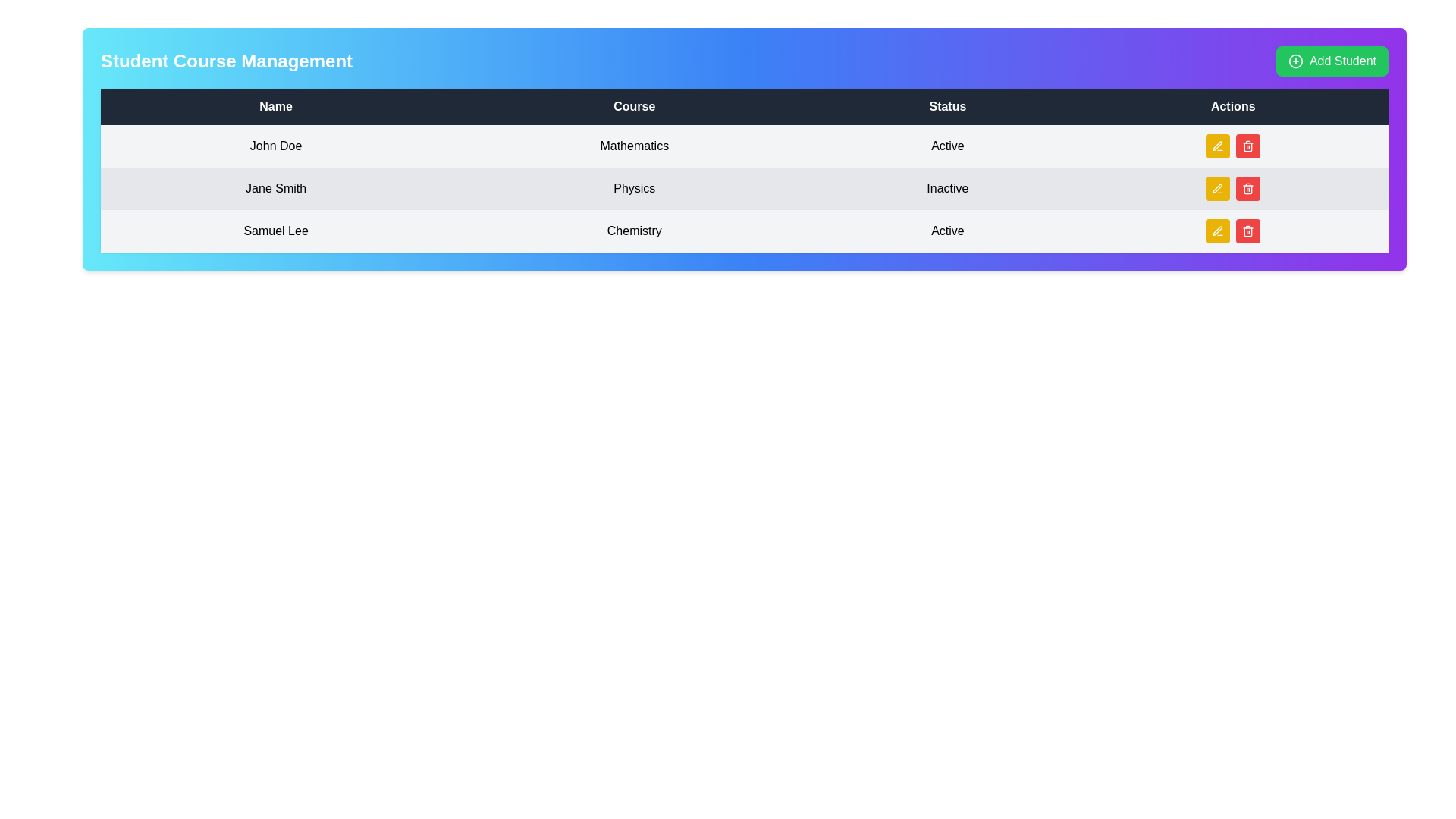 This screenshot has width=1456, height=819. Describe the element at coordinates (276, 146) in the screenshot. I see `the text label displaying the name entry located` at that location.